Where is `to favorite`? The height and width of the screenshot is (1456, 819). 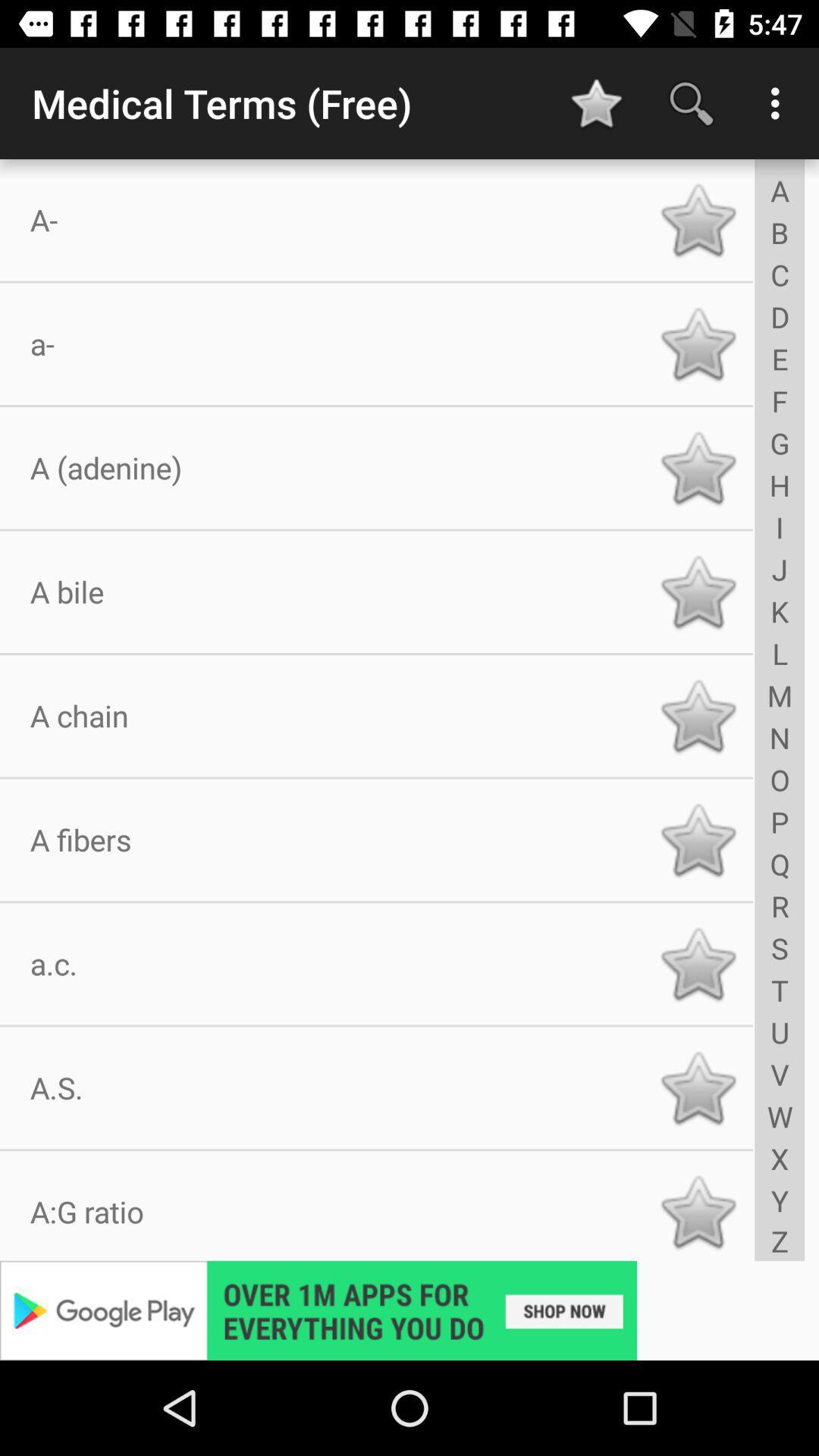
to favorite is located at coordinates (698, 963).